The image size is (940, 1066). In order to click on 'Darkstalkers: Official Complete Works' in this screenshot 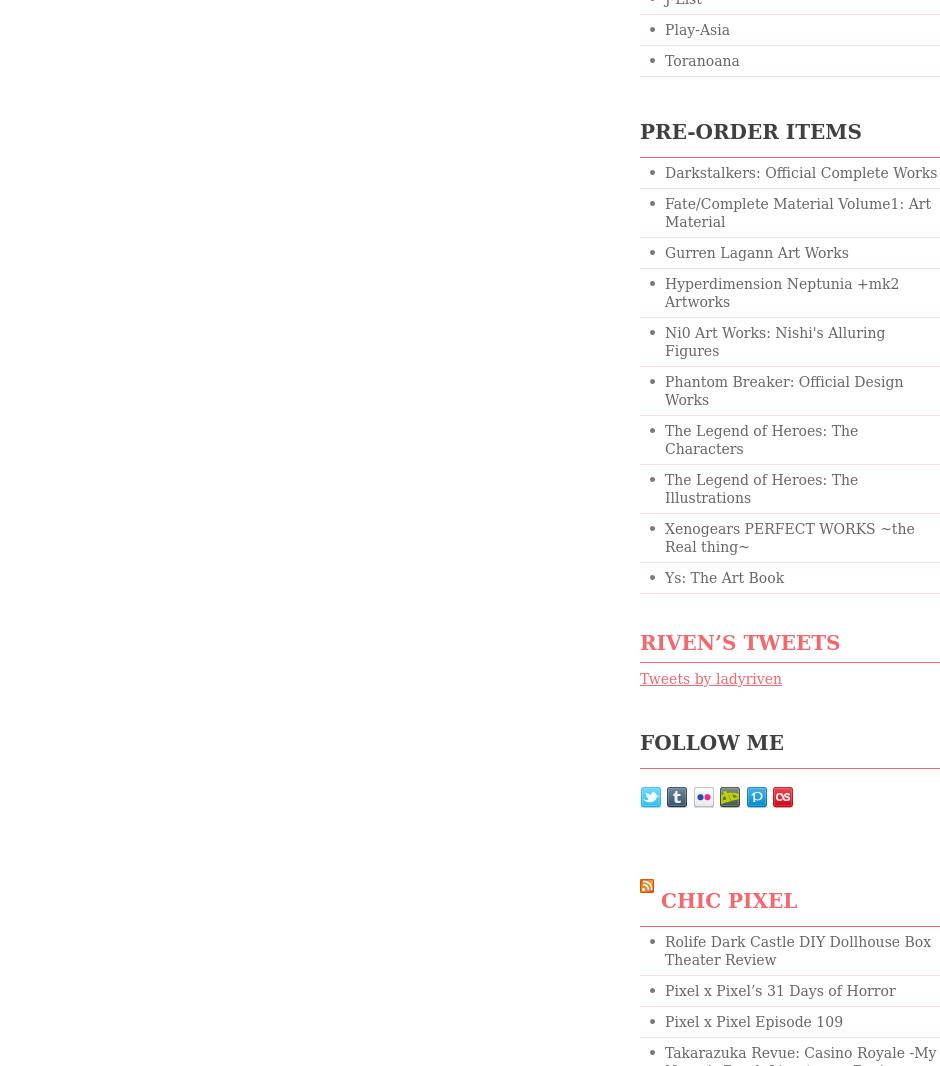, I will do `click(800, 172)`.